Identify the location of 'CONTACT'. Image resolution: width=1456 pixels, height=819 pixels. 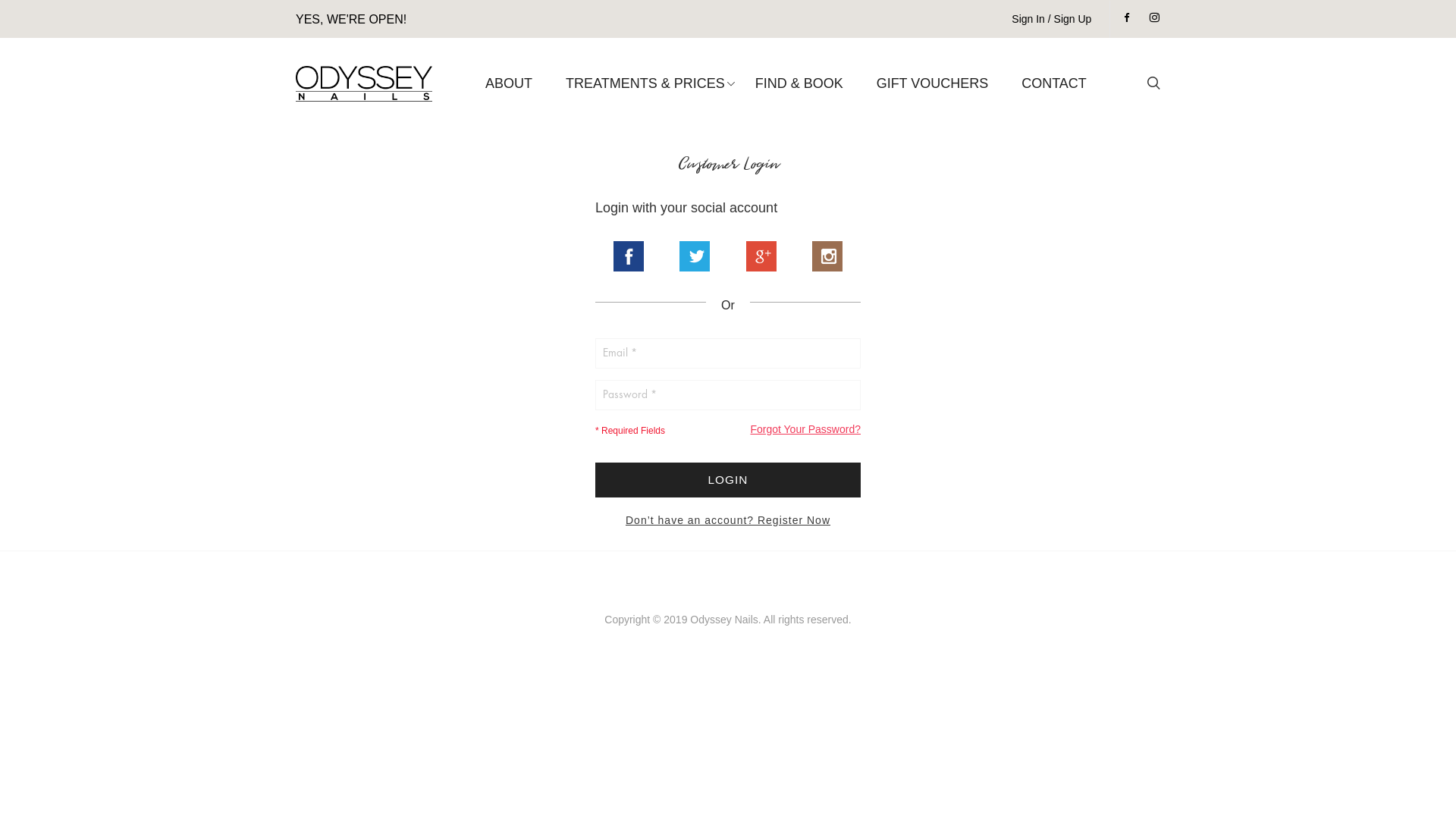
(1053, 83).